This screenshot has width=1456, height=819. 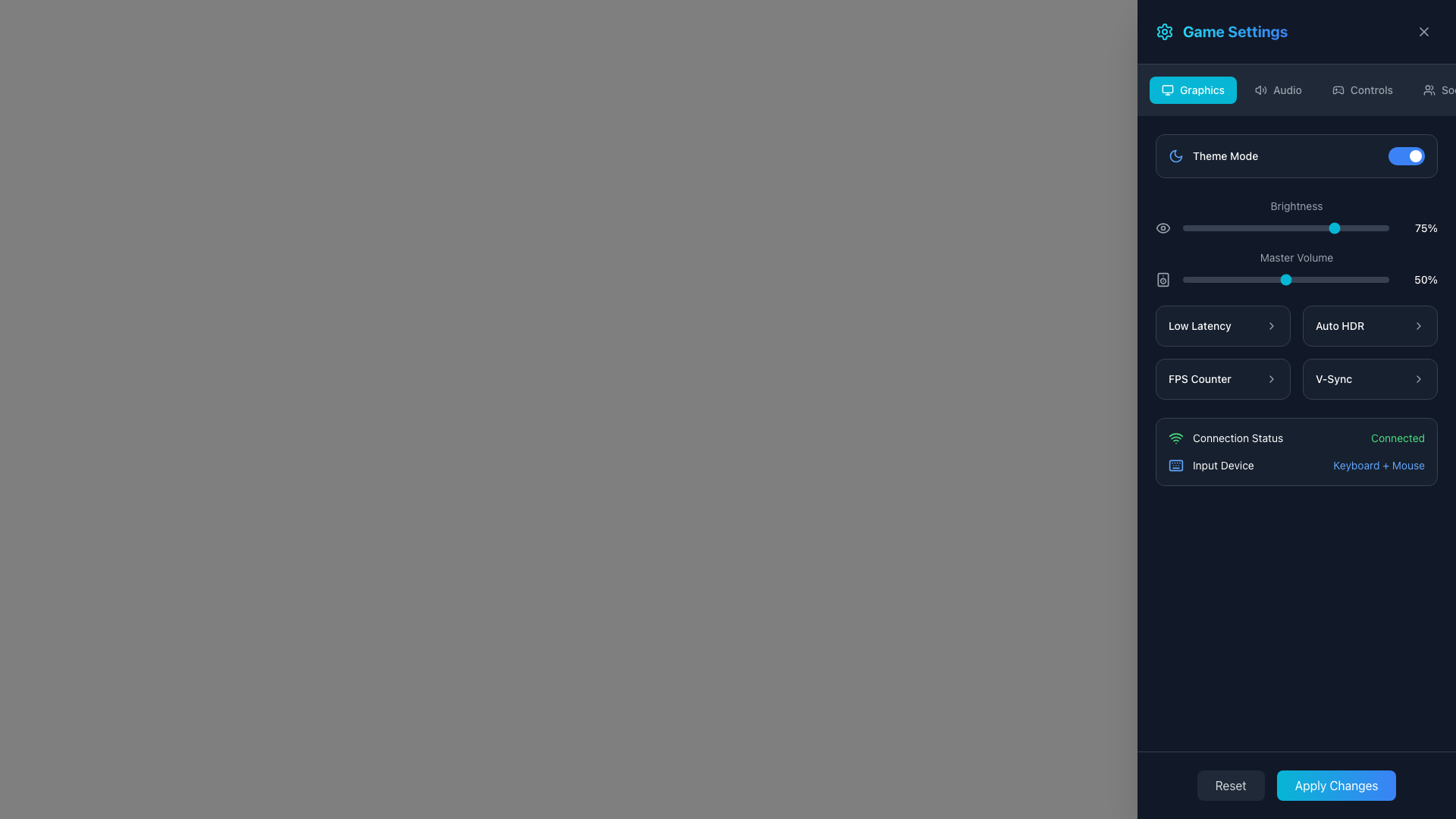 I want to click on the 'Input Device' text-label with the adjacent keyboard icon on the right-side settings panel, located below the 'Connection Status' heading, so click(x=1210, y=464).